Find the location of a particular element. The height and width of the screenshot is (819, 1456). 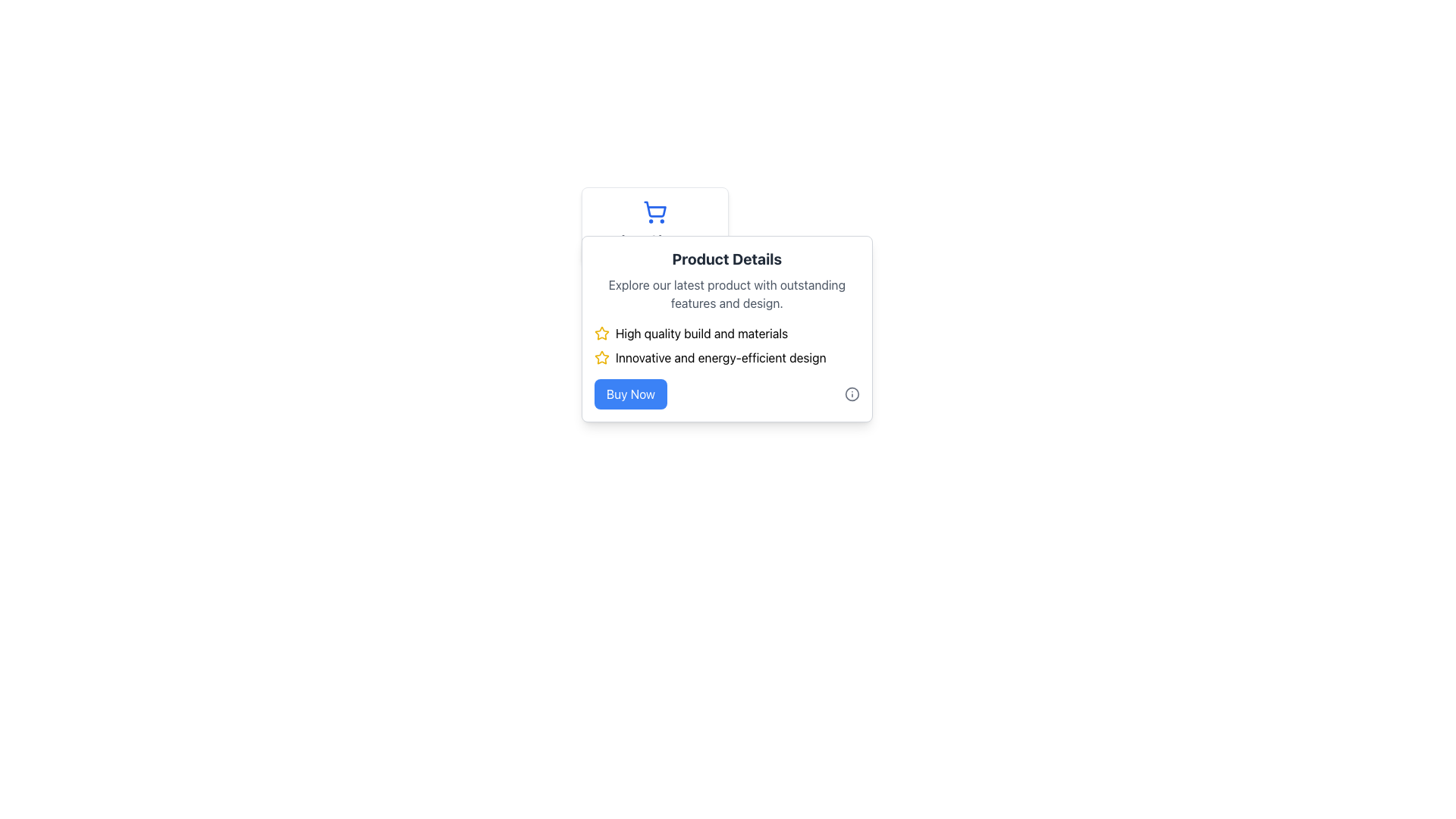

the purchase button located in the footer section of the card to observe the hover effect is located at coordinates (630, 394).